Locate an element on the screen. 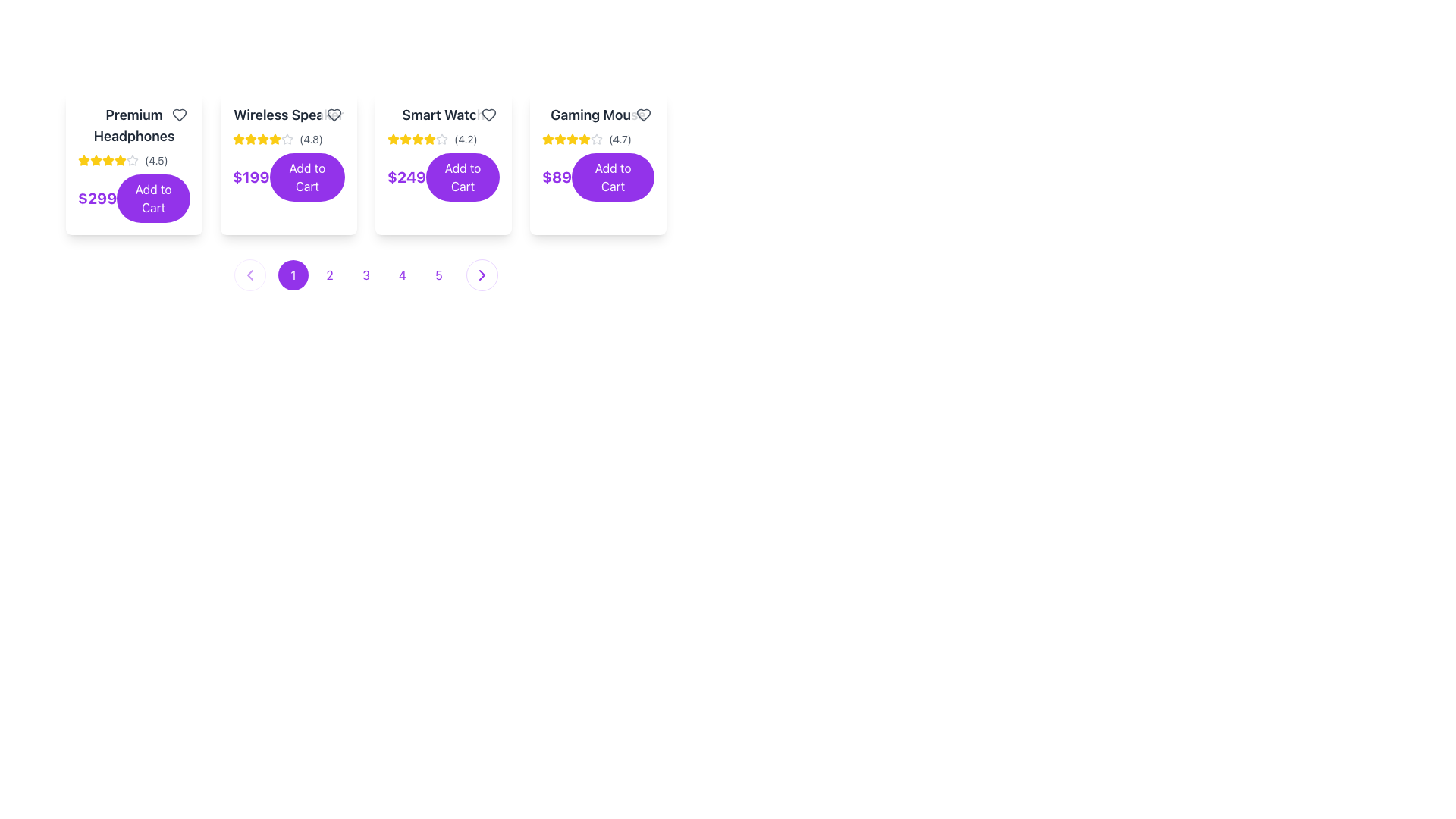 This screenshot has height=819, width=1456. the third decorative rating star icon below the title 'Wireless Speakers' to interact with the rating system is located at coordinates (238, 139).